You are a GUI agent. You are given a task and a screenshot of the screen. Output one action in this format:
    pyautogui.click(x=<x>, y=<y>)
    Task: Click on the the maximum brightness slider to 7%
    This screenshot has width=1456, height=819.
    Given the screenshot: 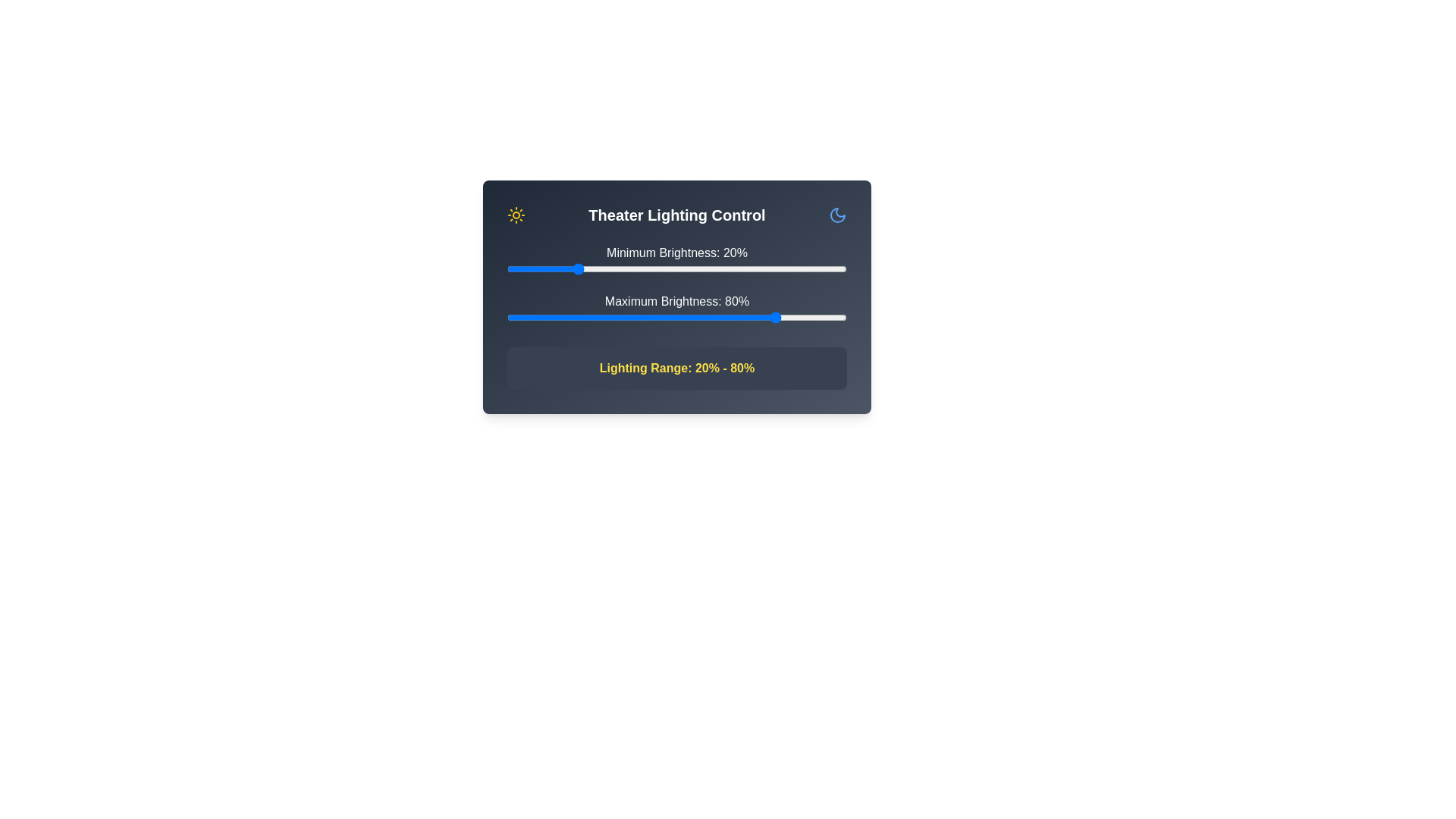 What is the action you would take?
    pyautogui.click(x=531, y=317)
    